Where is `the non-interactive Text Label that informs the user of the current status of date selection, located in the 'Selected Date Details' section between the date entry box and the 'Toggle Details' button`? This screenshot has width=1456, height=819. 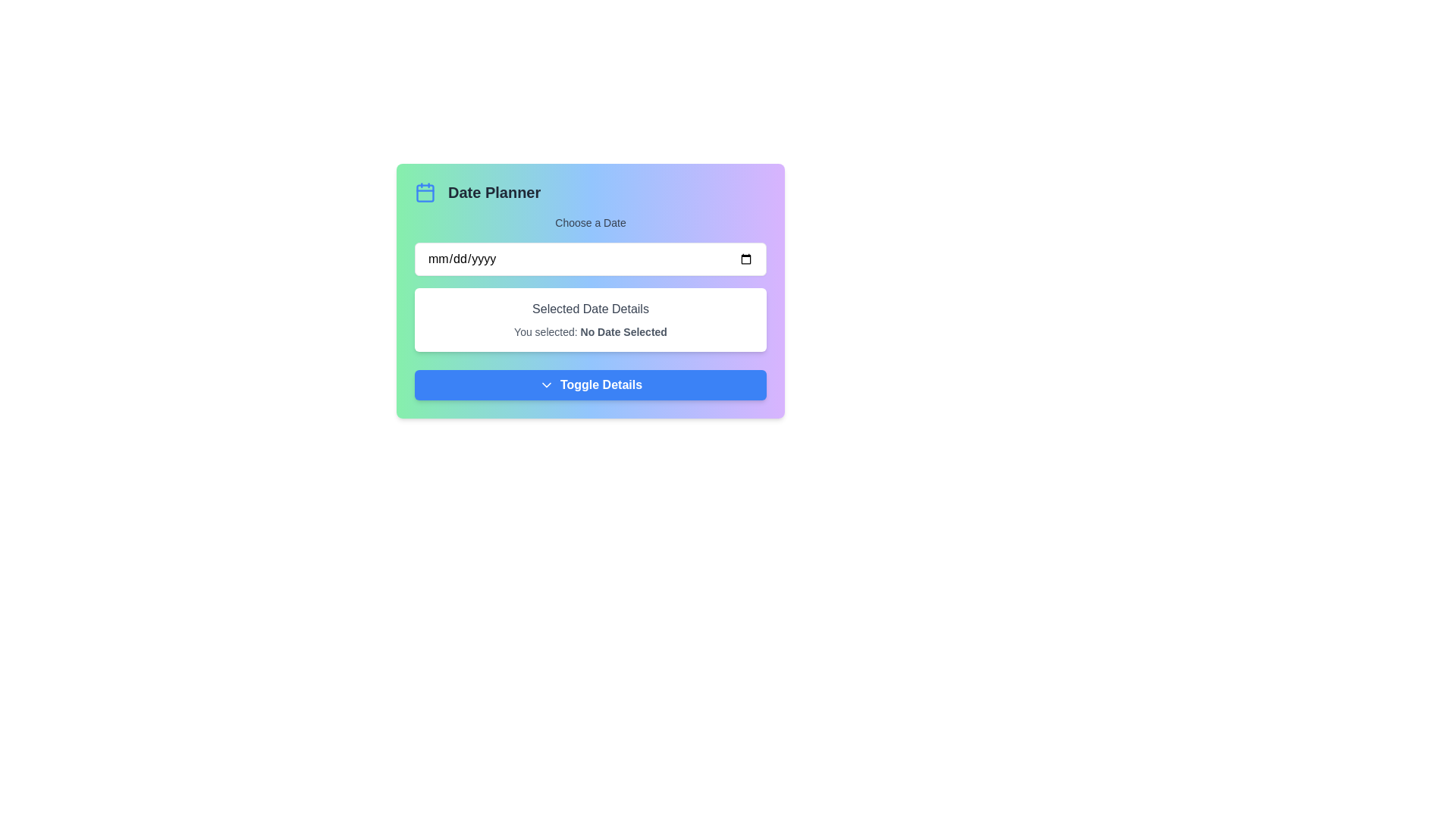
the non-interactive Text Label that informs the user of the current status of date selection, located in the 'Selected Date Details' section between the date entry box and the 'Toggle Details' button is located at coordinates (623, 331).